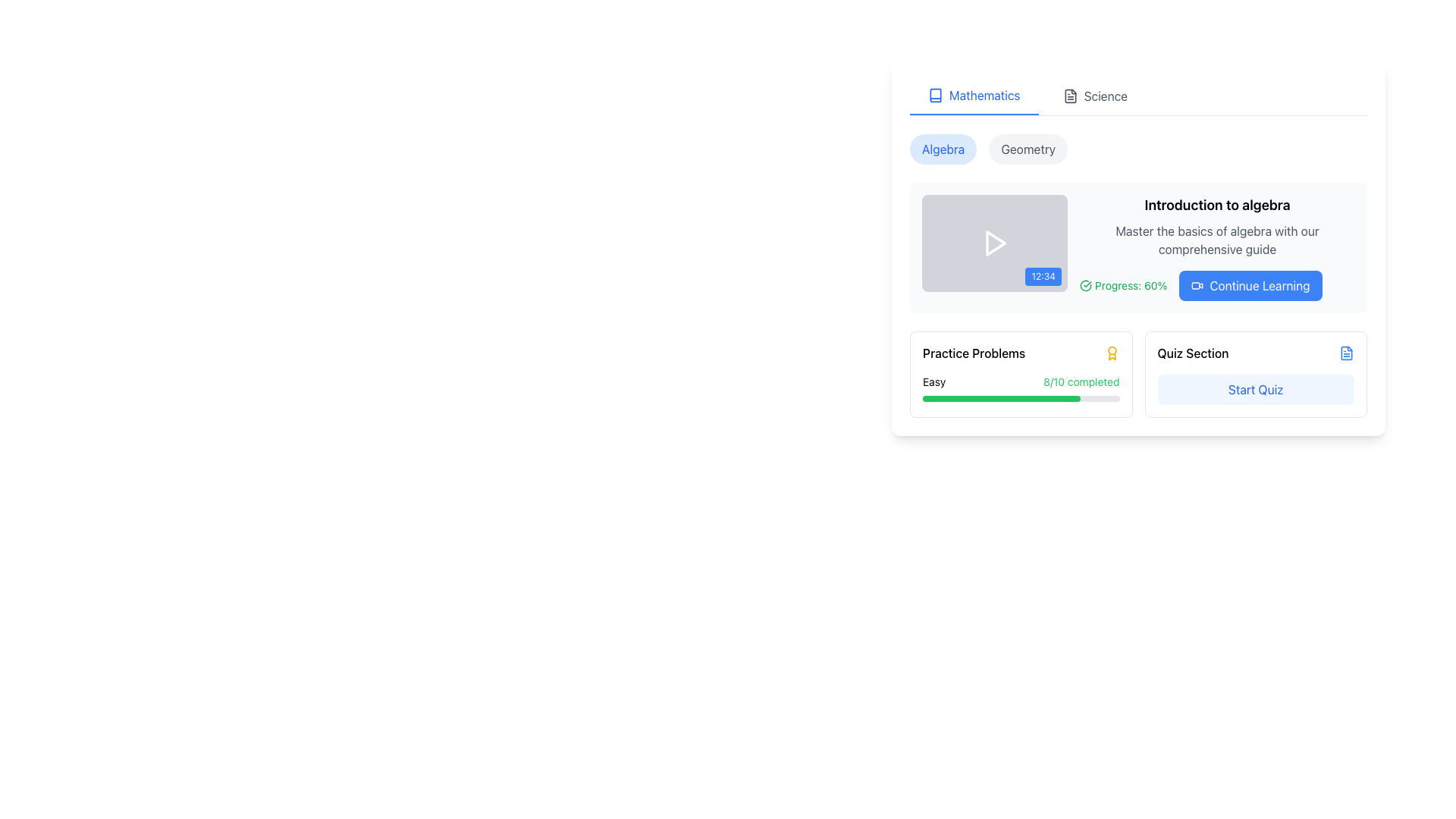 The width and height of the screenshot is (1456, 819). I want to click on the blue file document icon located at the top-right corner of the 'Quiz Section' card, aligned horizontally with the 'Quiz Section' text and vertically with the 'Start Quiz' button, so click(1347, 353).